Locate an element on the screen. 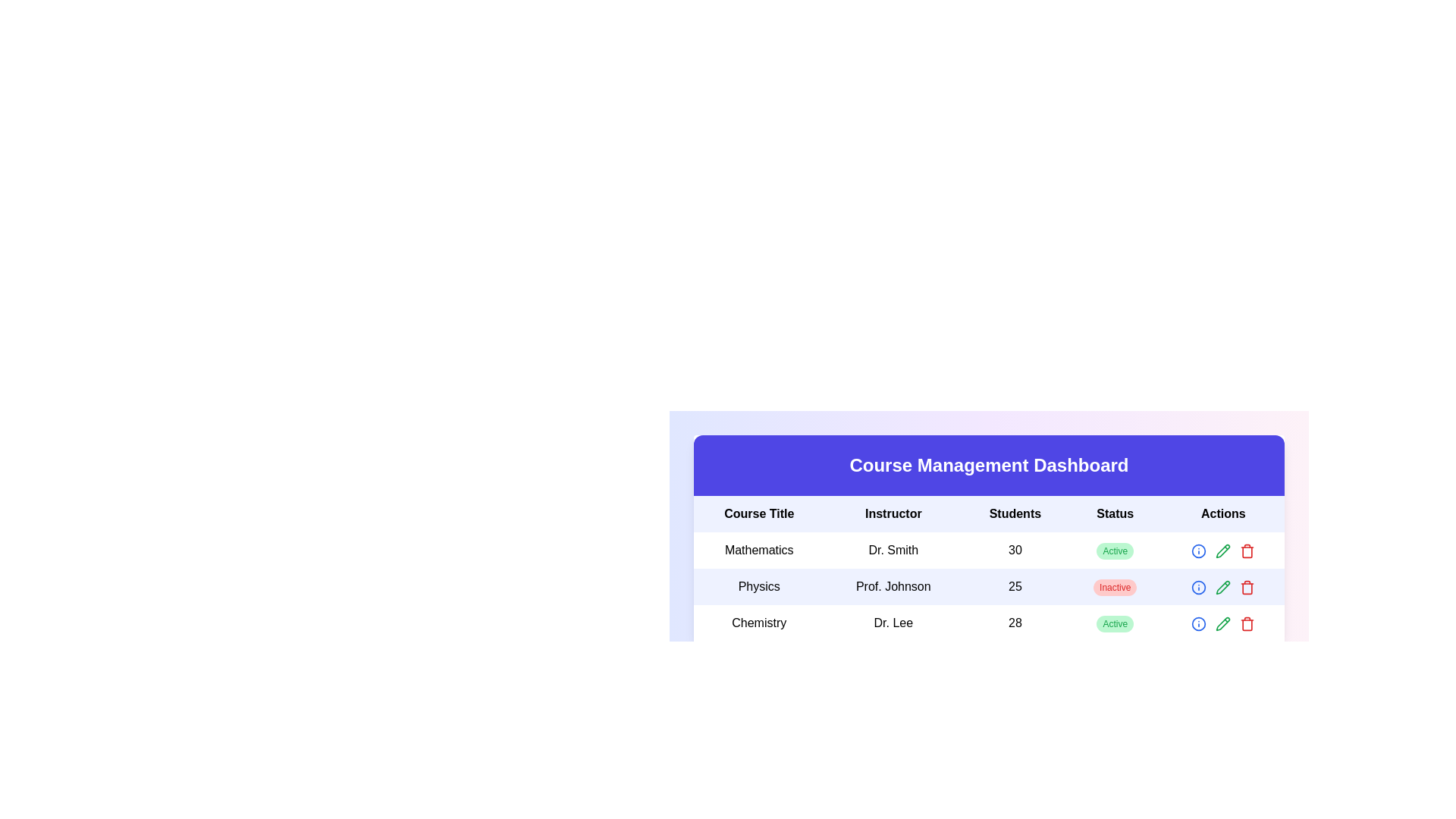 Image resolution: width=1456 pixels, height=819 pixels. the pencil icon in the actions section of the first row is located at coordinates (1223, 550).